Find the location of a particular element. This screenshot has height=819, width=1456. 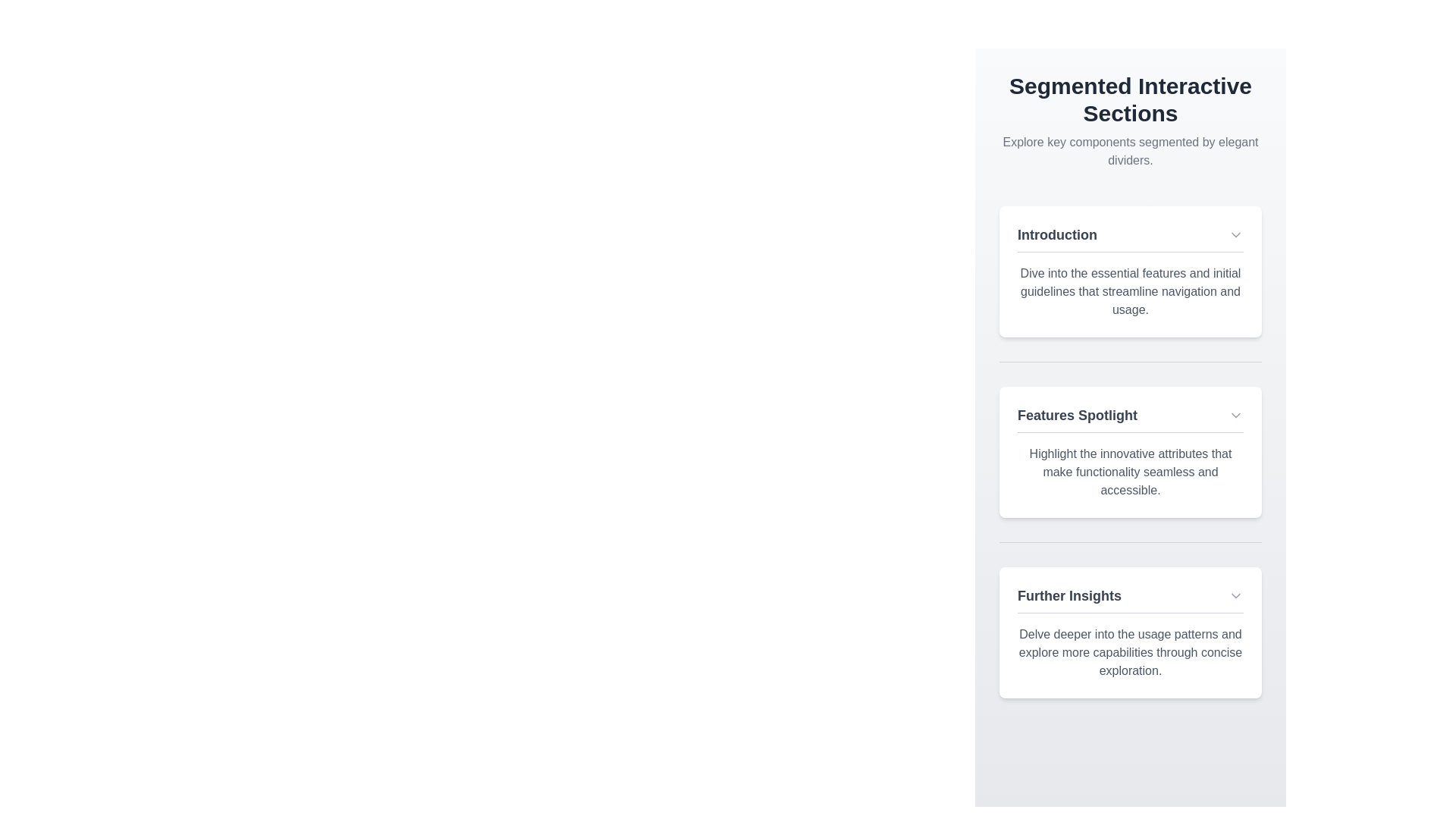

the downward-facing chevron icon button styled in gray located in the 'Further Insights' section is located at coordinates (1236, 595).